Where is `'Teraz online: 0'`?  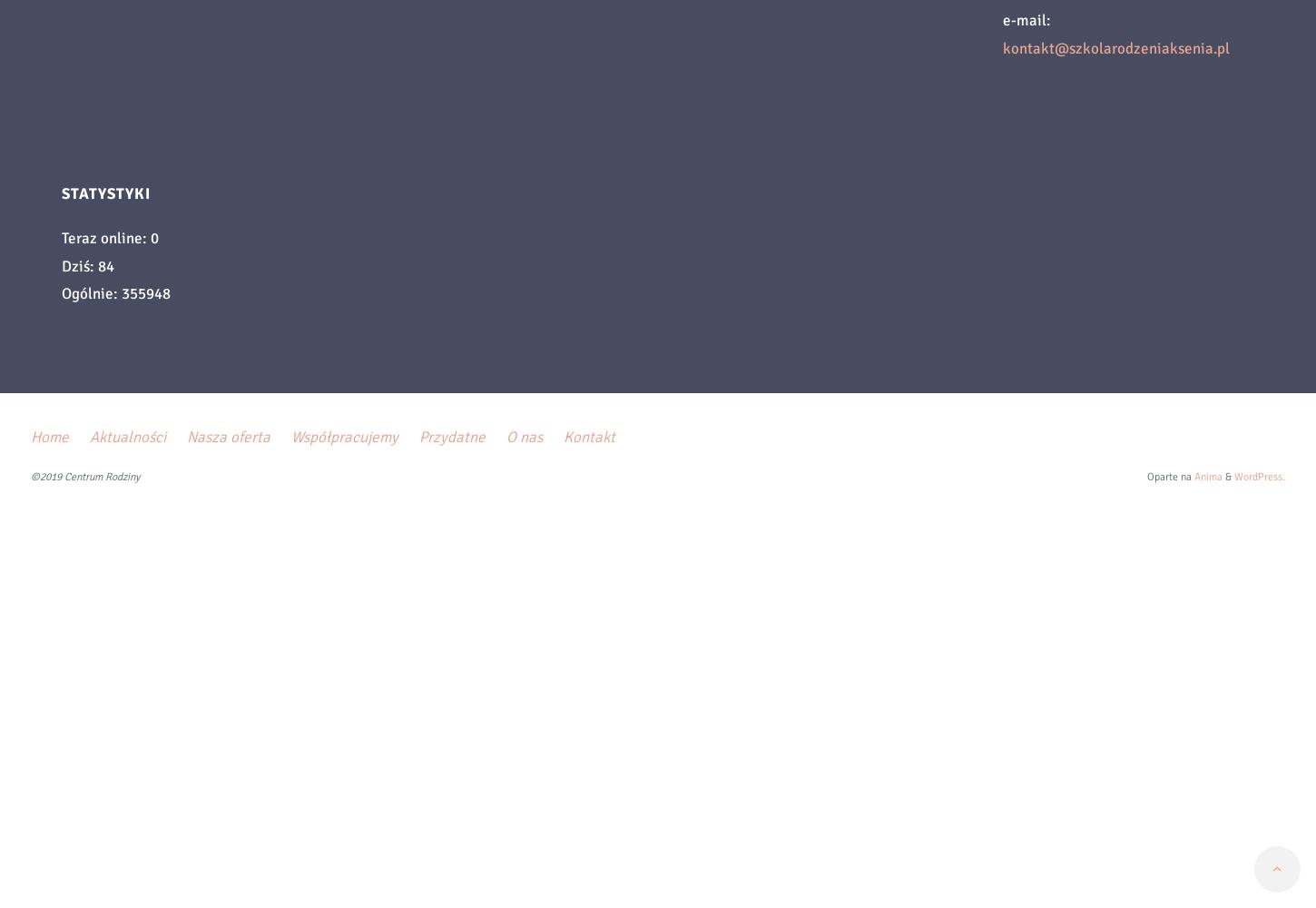 'Teraz online: 0' is located at coordinates (110, 238).